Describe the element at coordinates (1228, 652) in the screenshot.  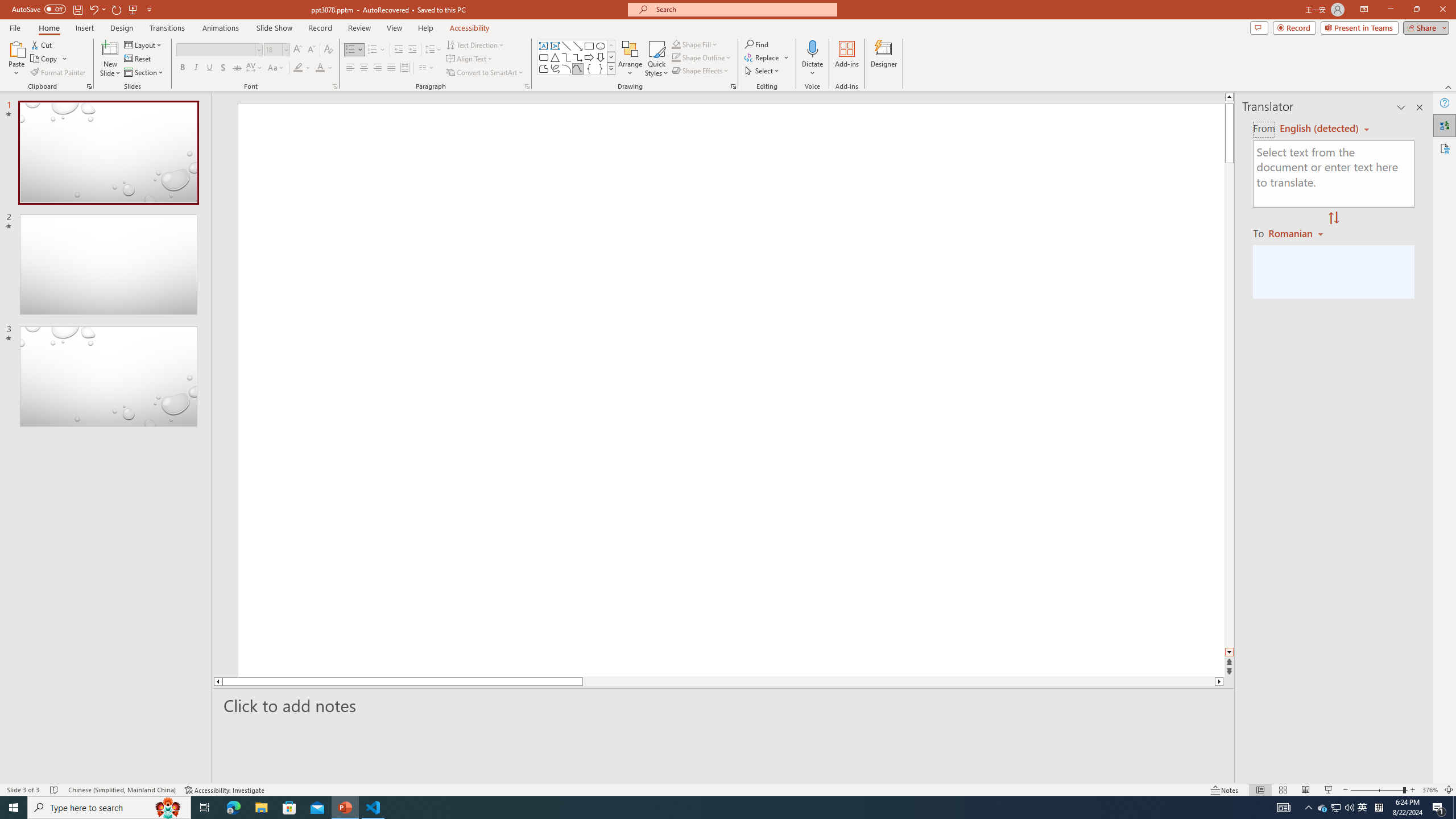
I see `'Line down'` at that location.